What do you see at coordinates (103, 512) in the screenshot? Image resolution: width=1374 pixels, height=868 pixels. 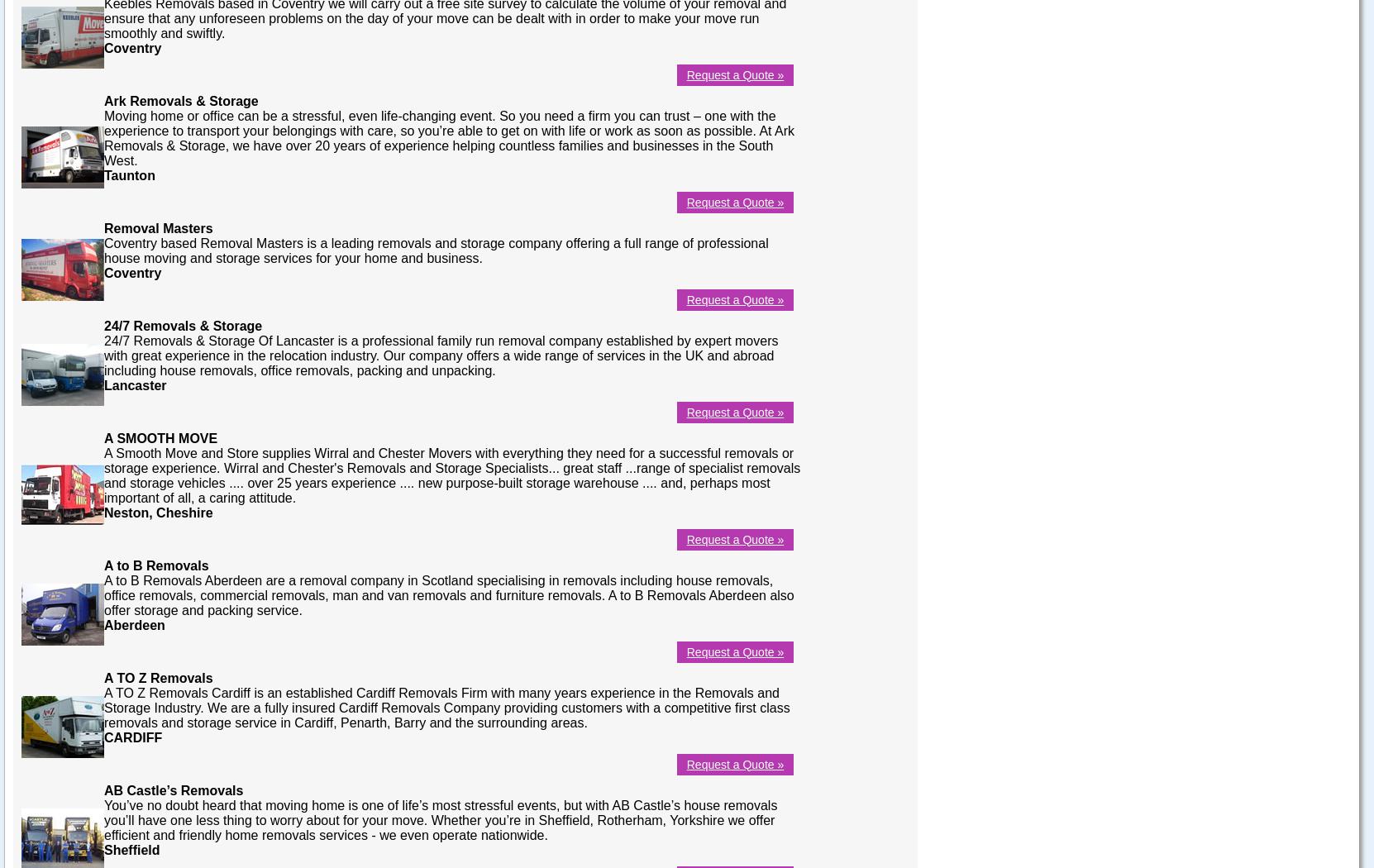 I see `'Neston, Cheshire'` at bounding box center [103, 512].